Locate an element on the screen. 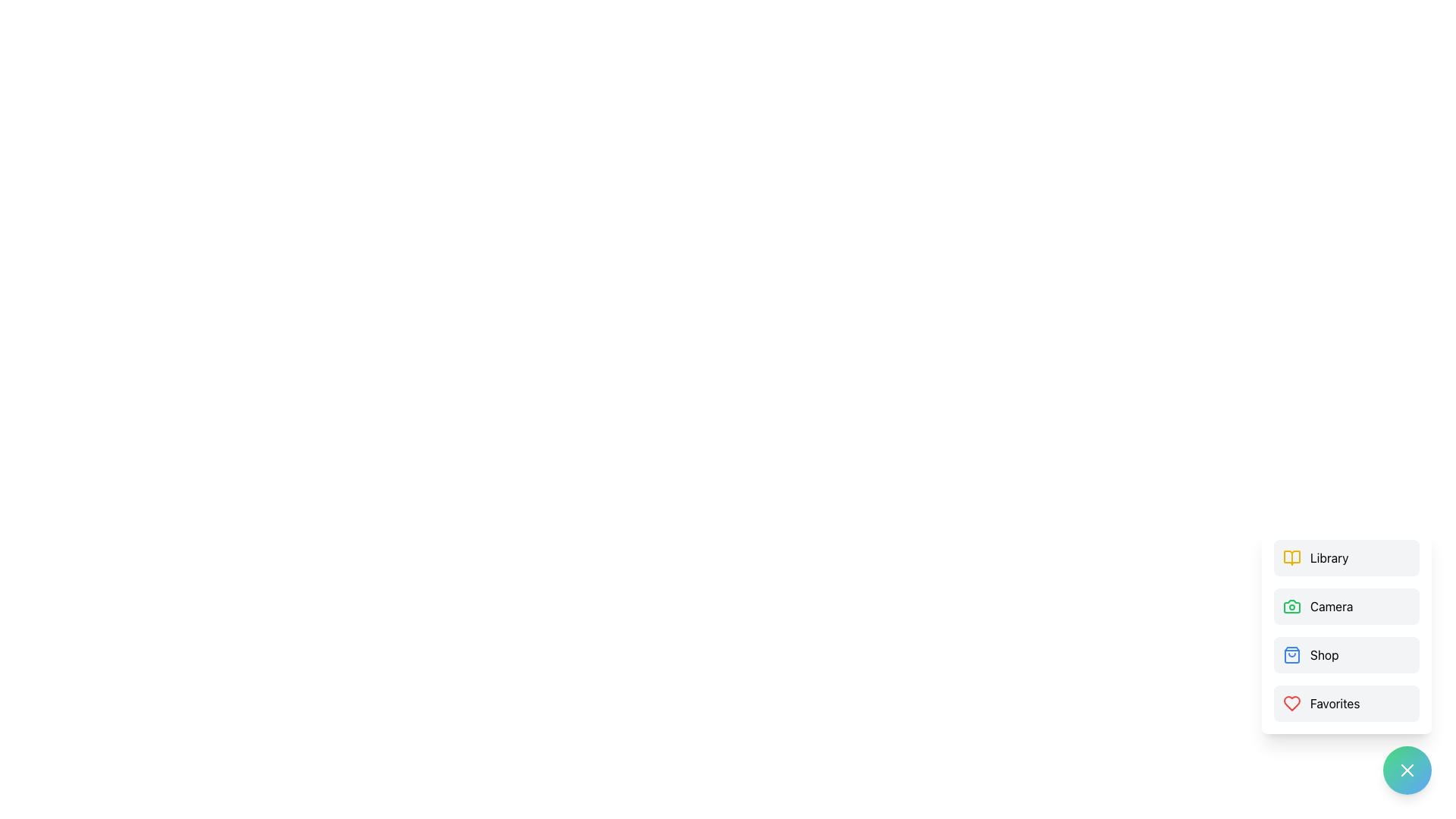 The width and height of the screenshot is (1456, 819). the small cross-shaped icon in the bottom-right corner of the interface is located at coordinates (1407, 770).